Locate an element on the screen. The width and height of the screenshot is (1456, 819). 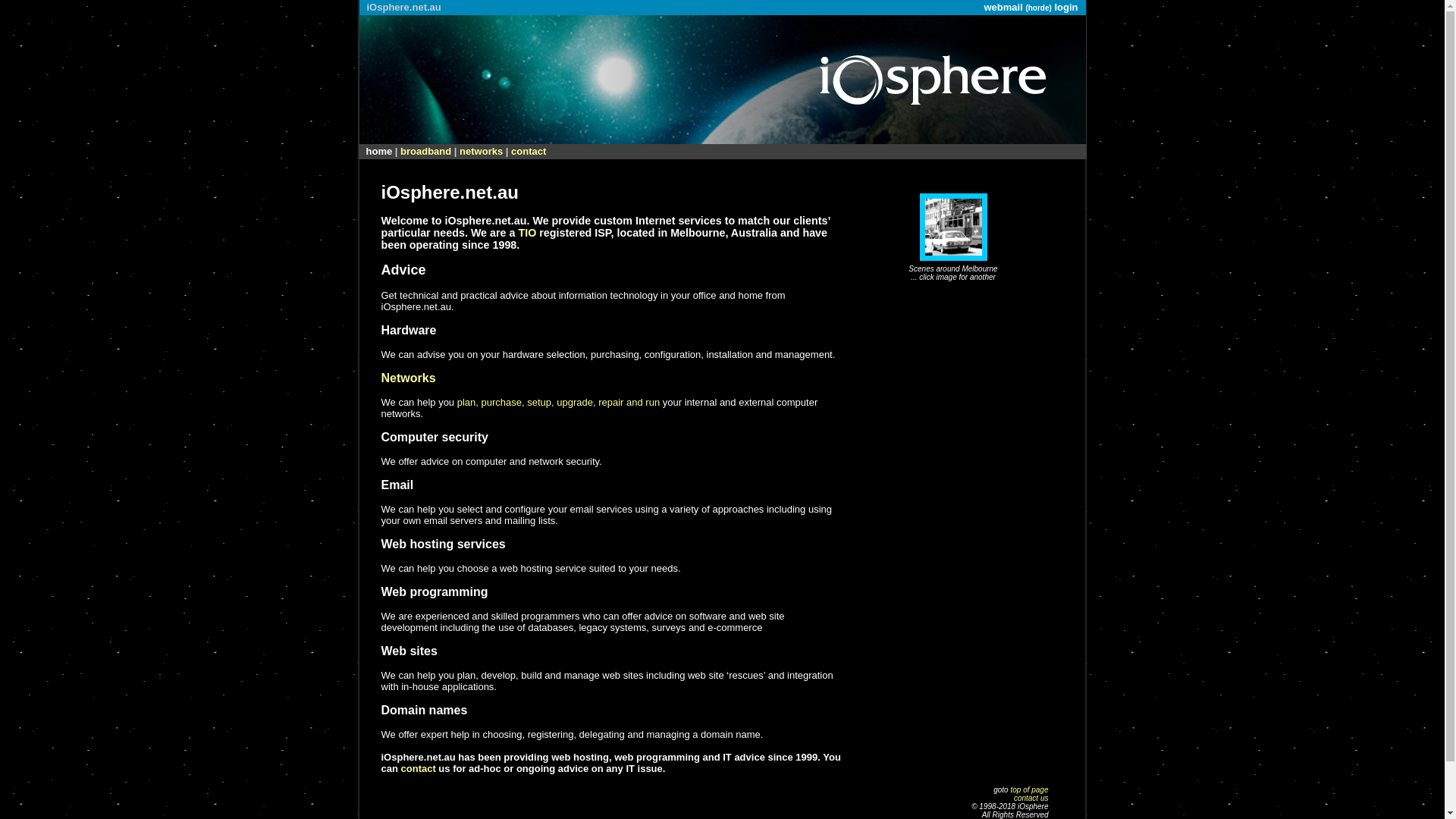
'contact' is located at coordinates (419, 768).